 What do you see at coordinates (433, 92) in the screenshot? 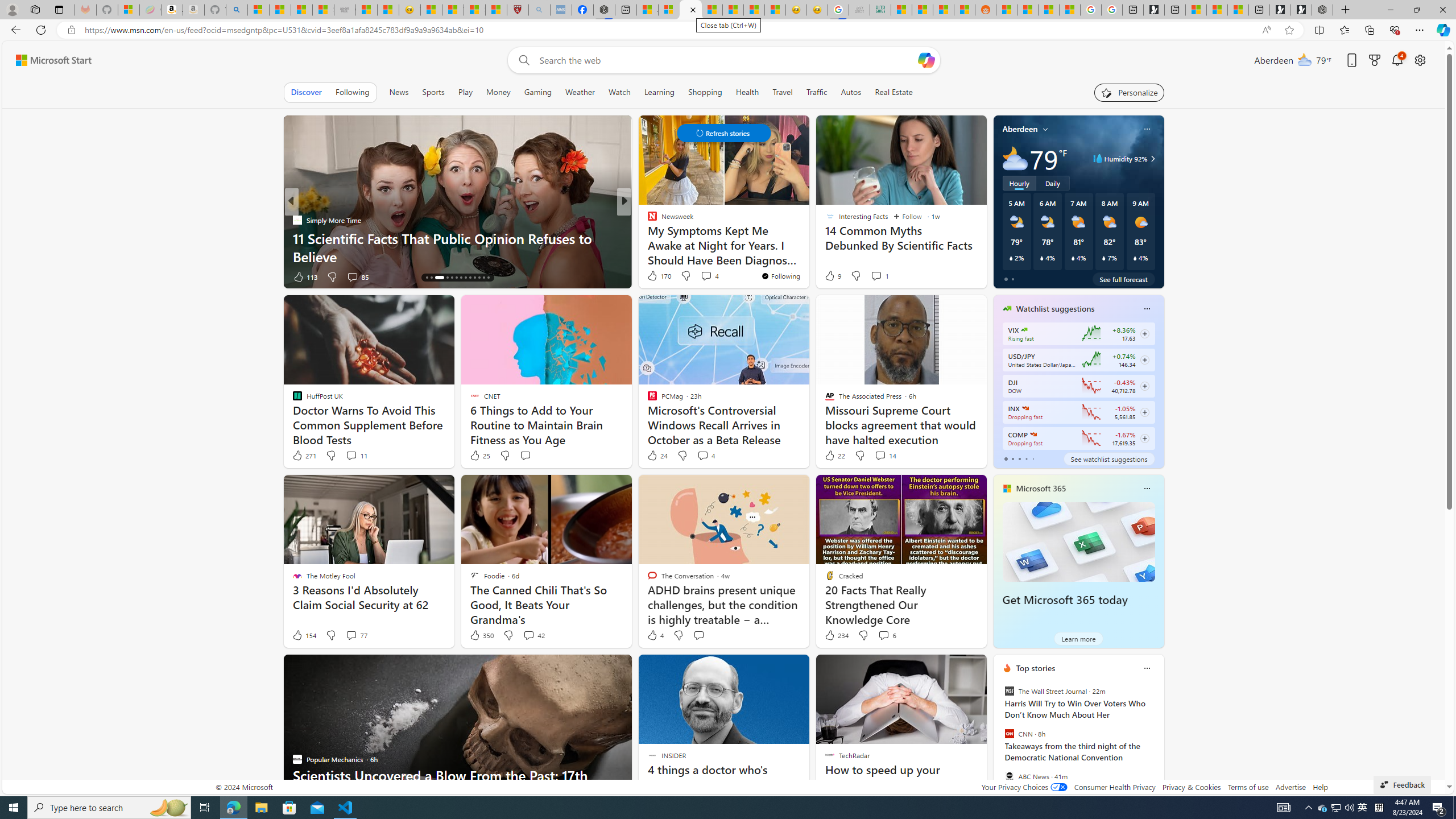
I see `'Sports'` at bounding box center [433, 92].